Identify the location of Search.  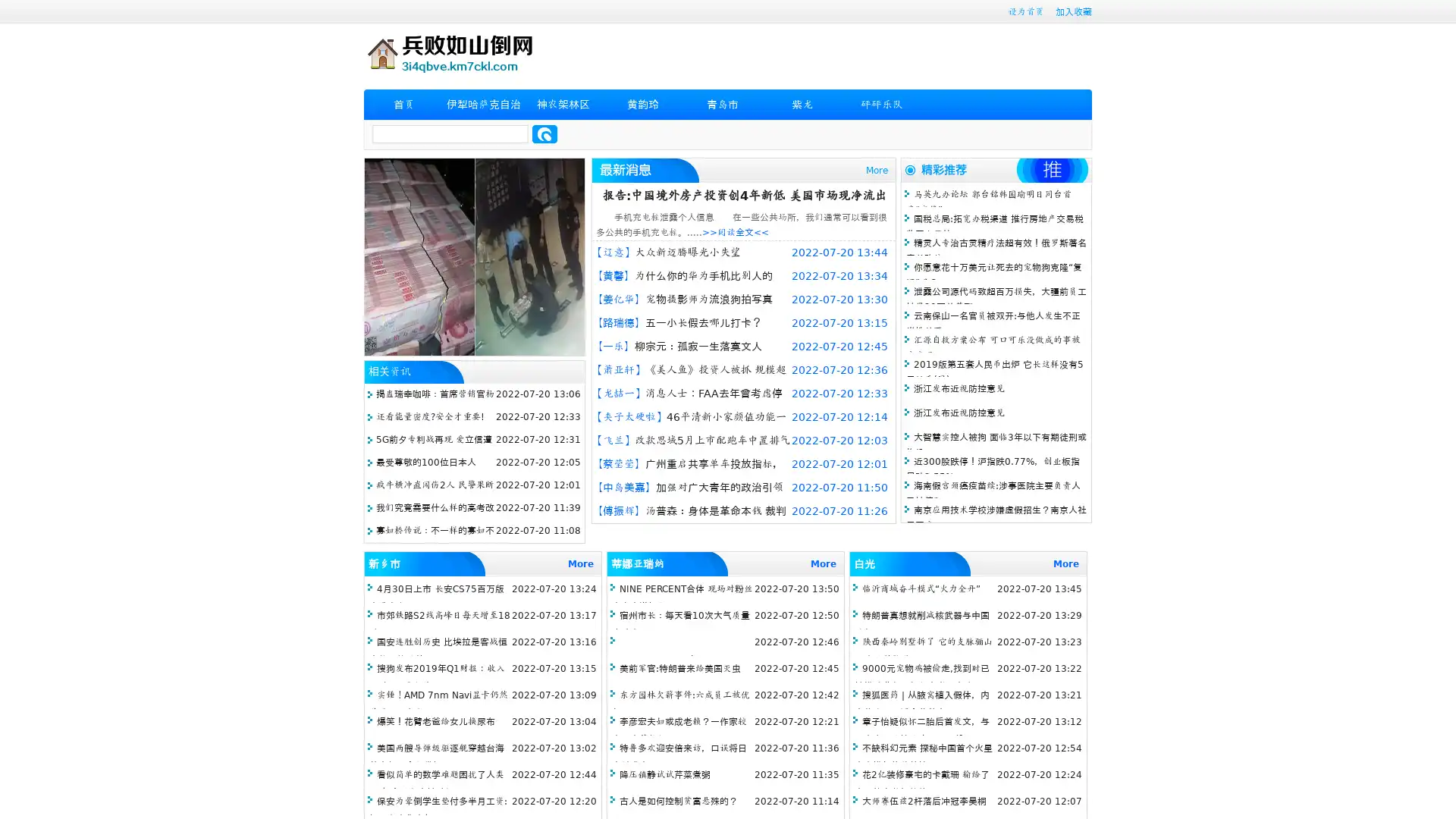
(544, 133).